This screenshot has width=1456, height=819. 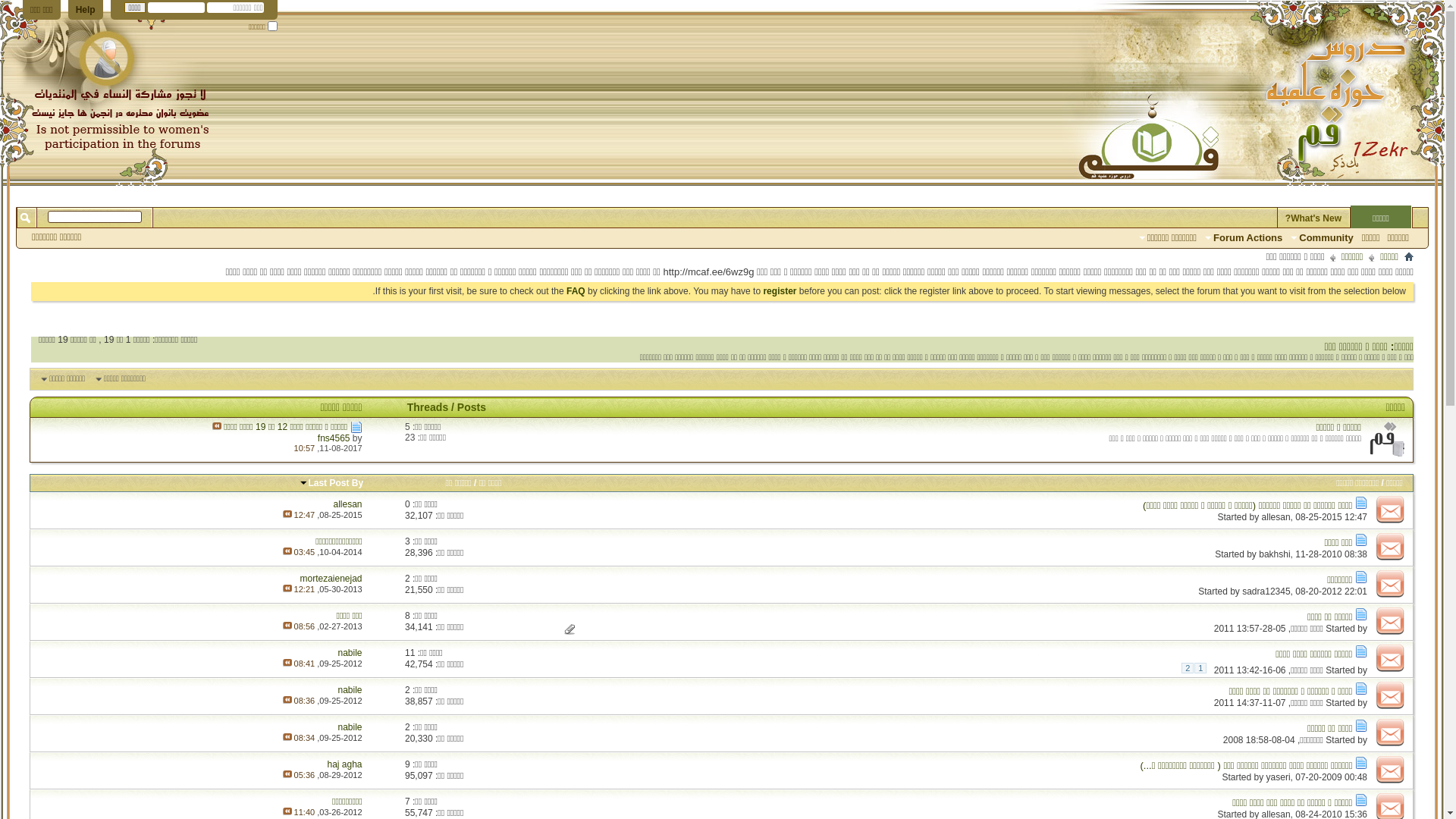 What do you see at coordinates (1181, 667) in the screenshot?
I see `'2'` at bounding box center [1181, 667].